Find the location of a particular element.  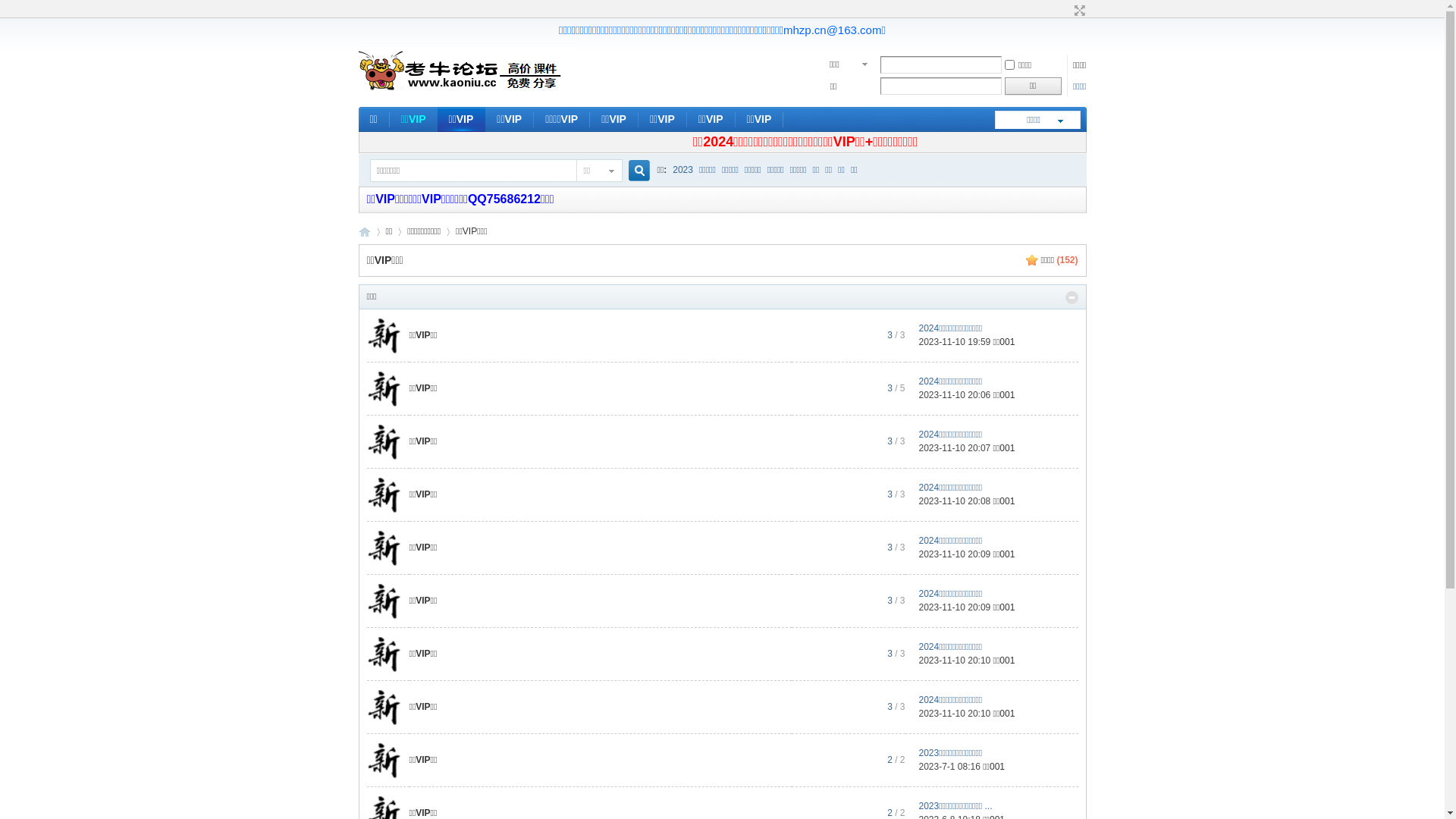

'true' is located at coordinates (622, 171).